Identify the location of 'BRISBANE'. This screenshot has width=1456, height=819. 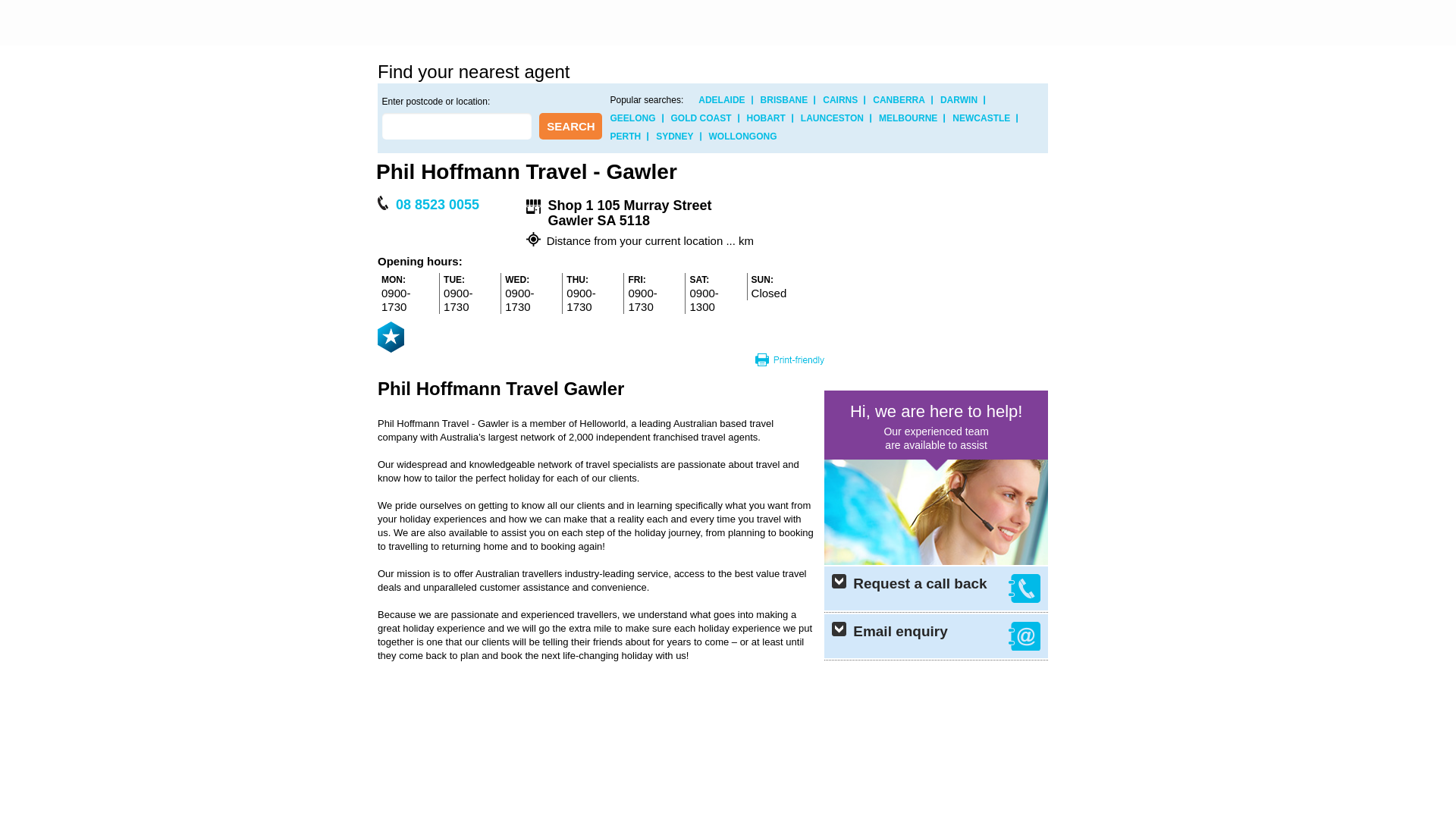
(784, 99).